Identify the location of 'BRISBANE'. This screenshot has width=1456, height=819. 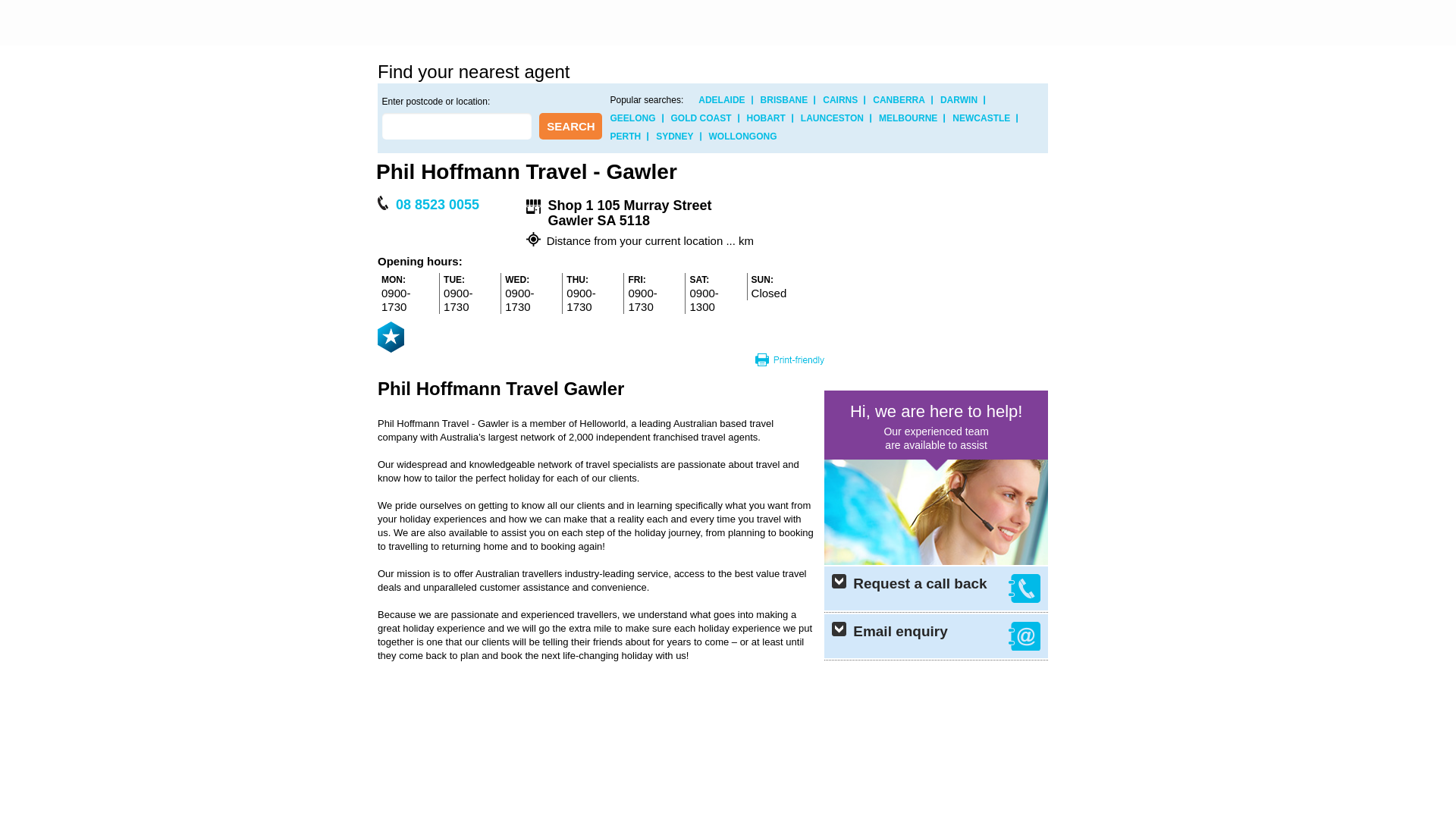
(784, 99).